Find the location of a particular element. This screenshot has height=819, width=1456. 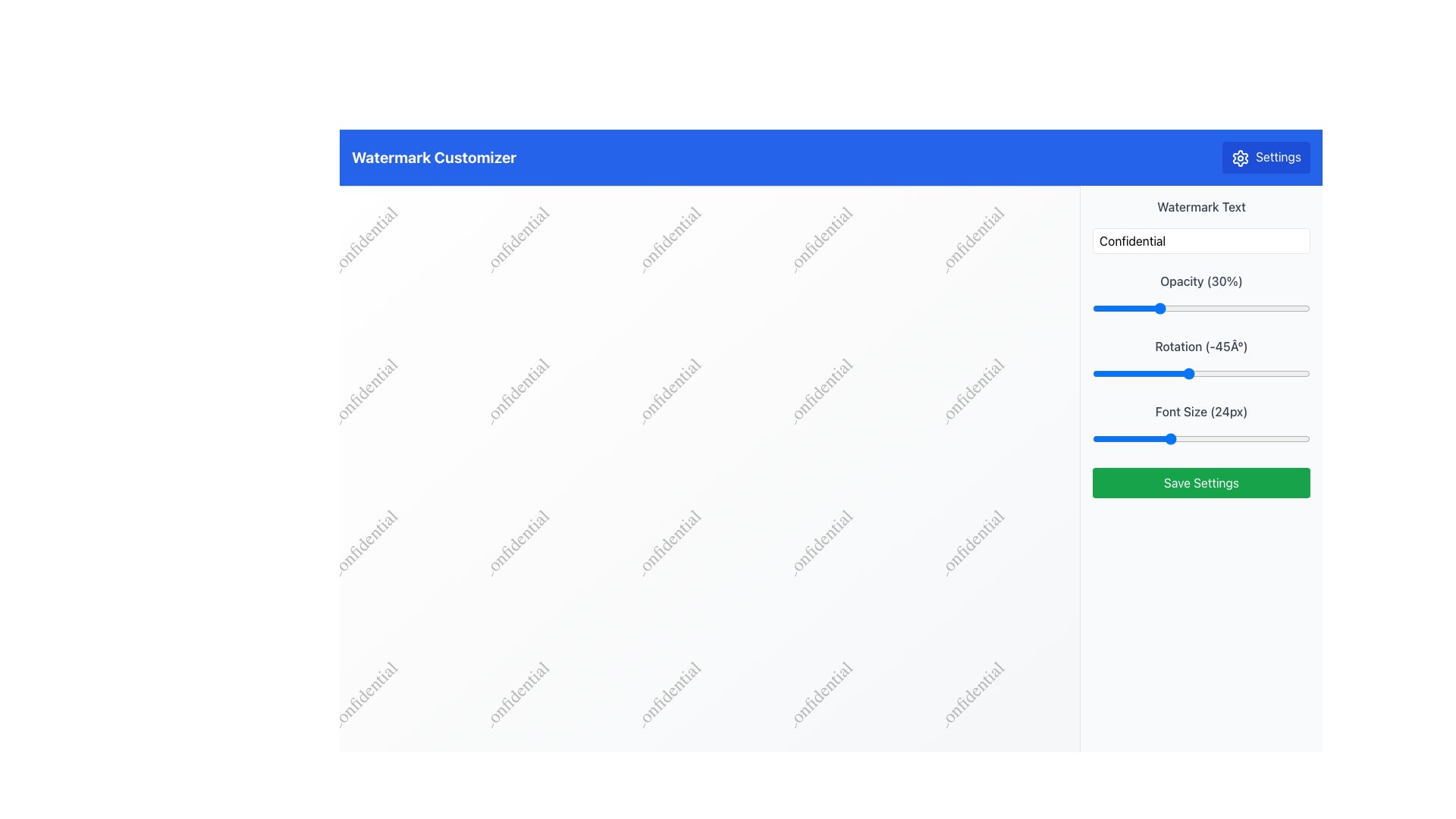

the font size is located at coordinates (1103, 438).